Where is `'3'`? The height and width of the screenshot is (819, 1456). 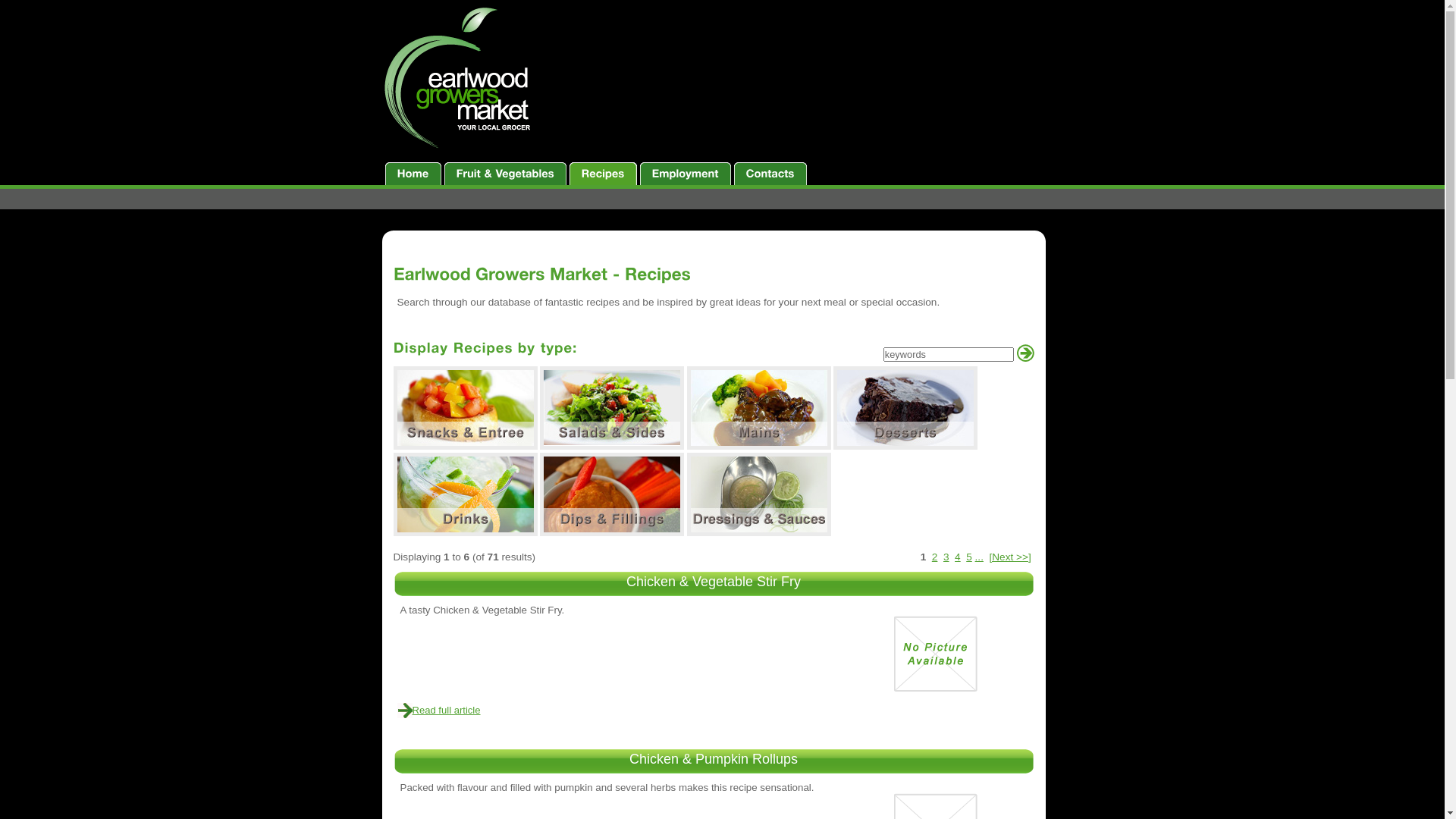 '3' is located at coordinates (942, 557).